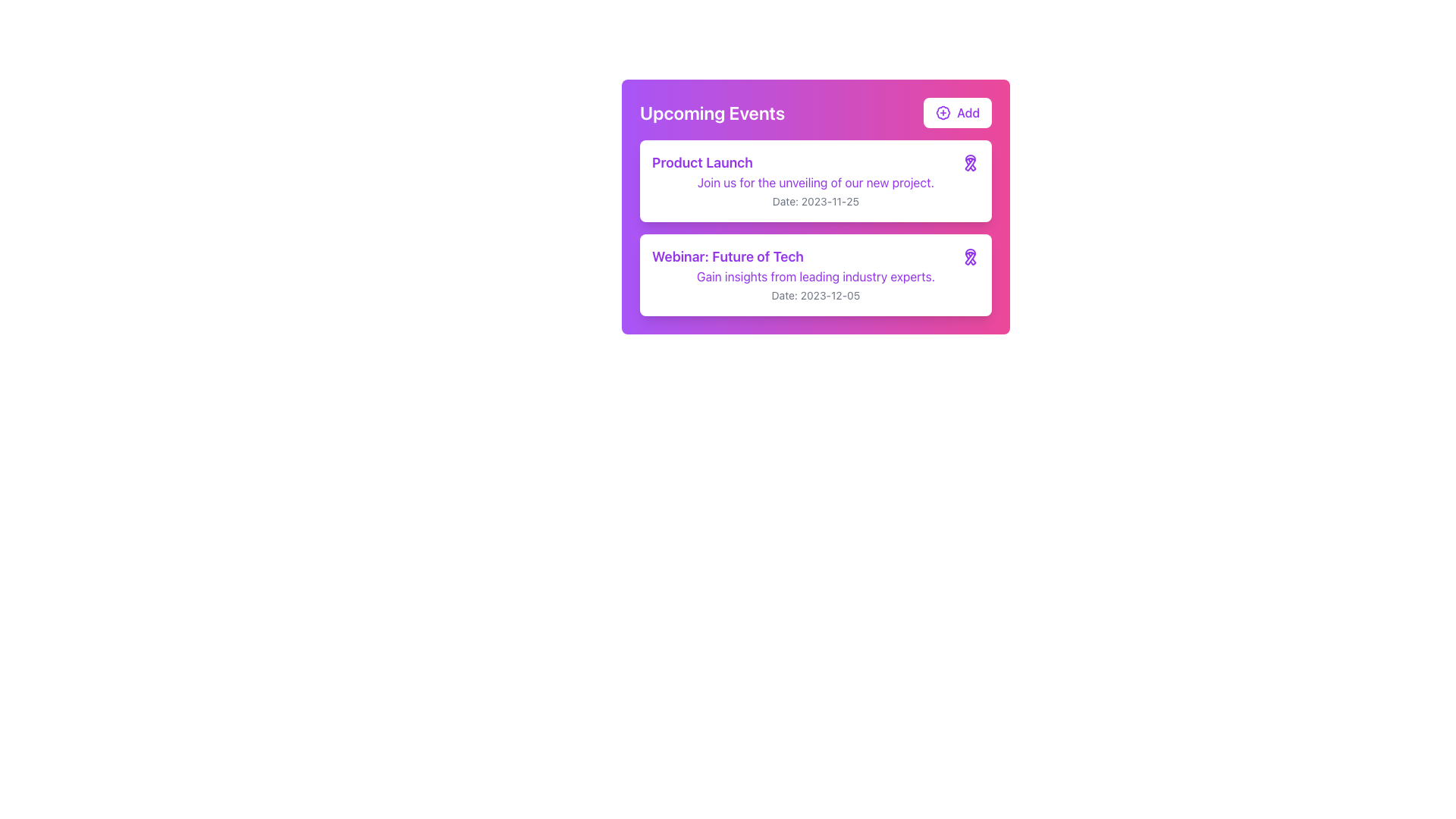 Image resolution: width=1456 pixels, height=819 pixels. What do you see at coordinates (814, 181) in the screenshot?
I see `the styled text element reading 'Join us for the unveiling of our new project.' which is located below the title 'Product Launch' and above the date 'Date: 2023-11-25'` at bounding box center [814, 181].